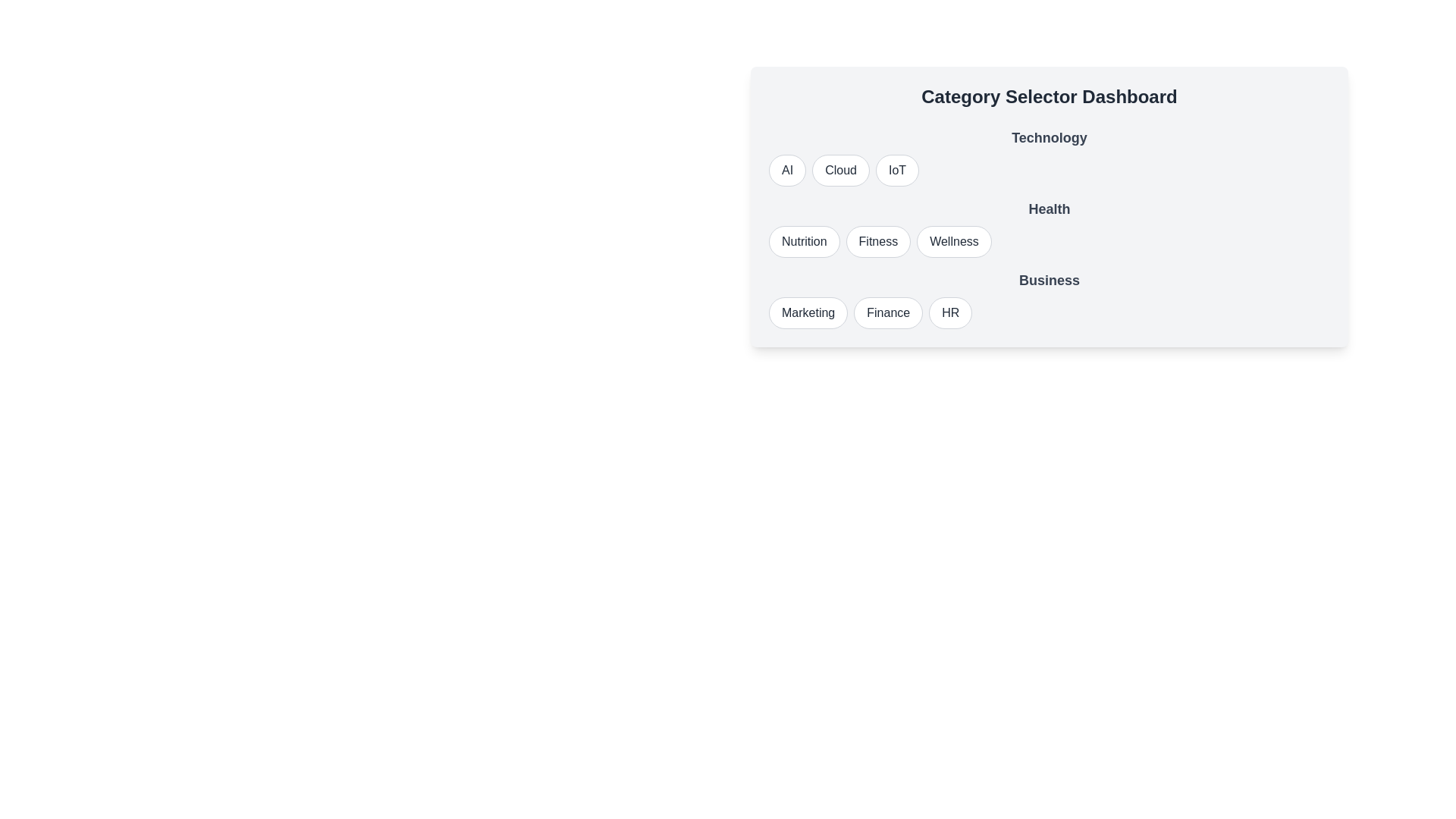 The height and width of the screenshot is (819, 1456). I want to click on the button labeled Finance to observe its visual change, so click(888, 312).